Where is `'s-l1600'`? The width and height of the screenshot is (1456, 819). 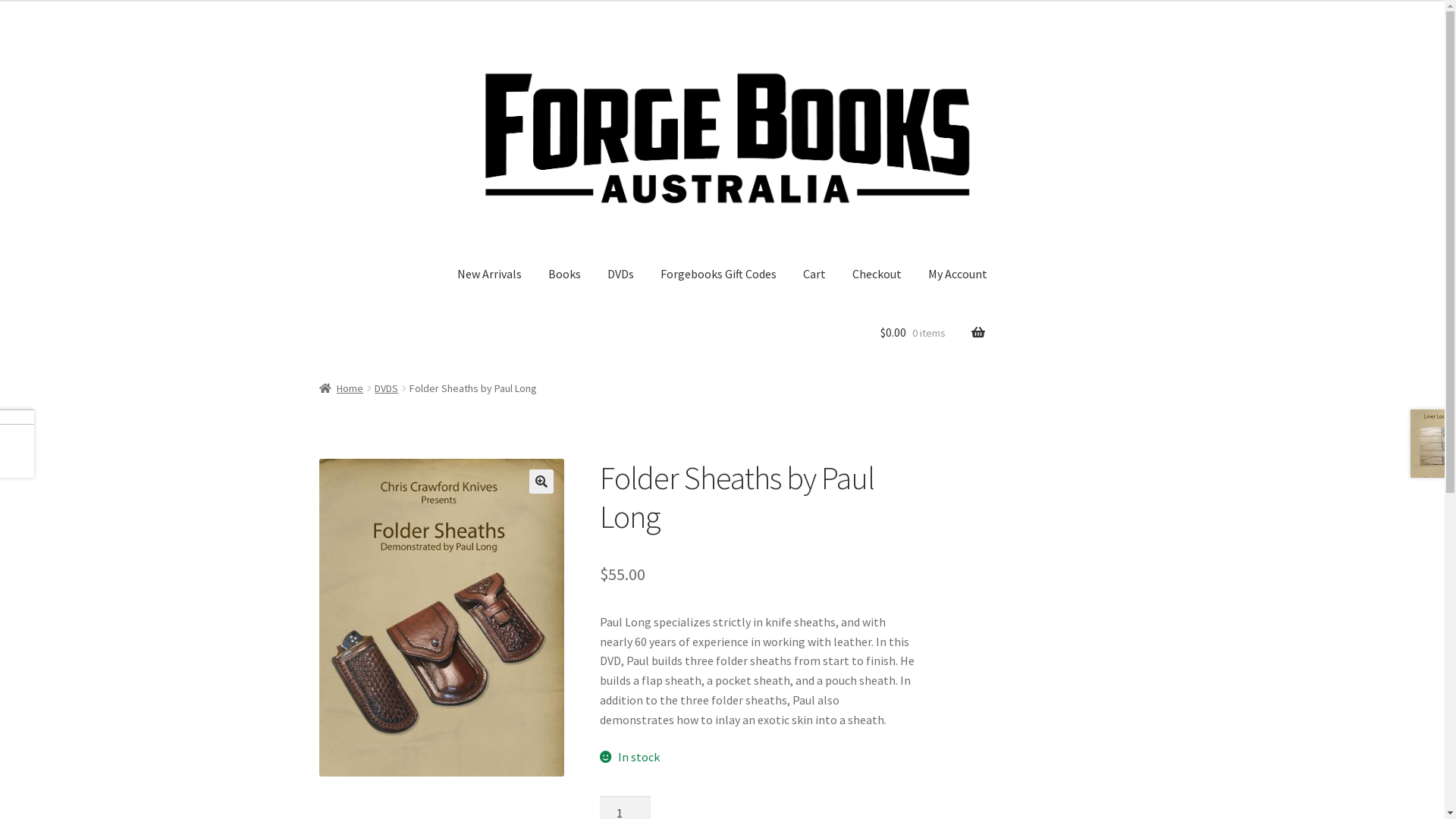 's-l1600' is located at coordinates (441, 617).